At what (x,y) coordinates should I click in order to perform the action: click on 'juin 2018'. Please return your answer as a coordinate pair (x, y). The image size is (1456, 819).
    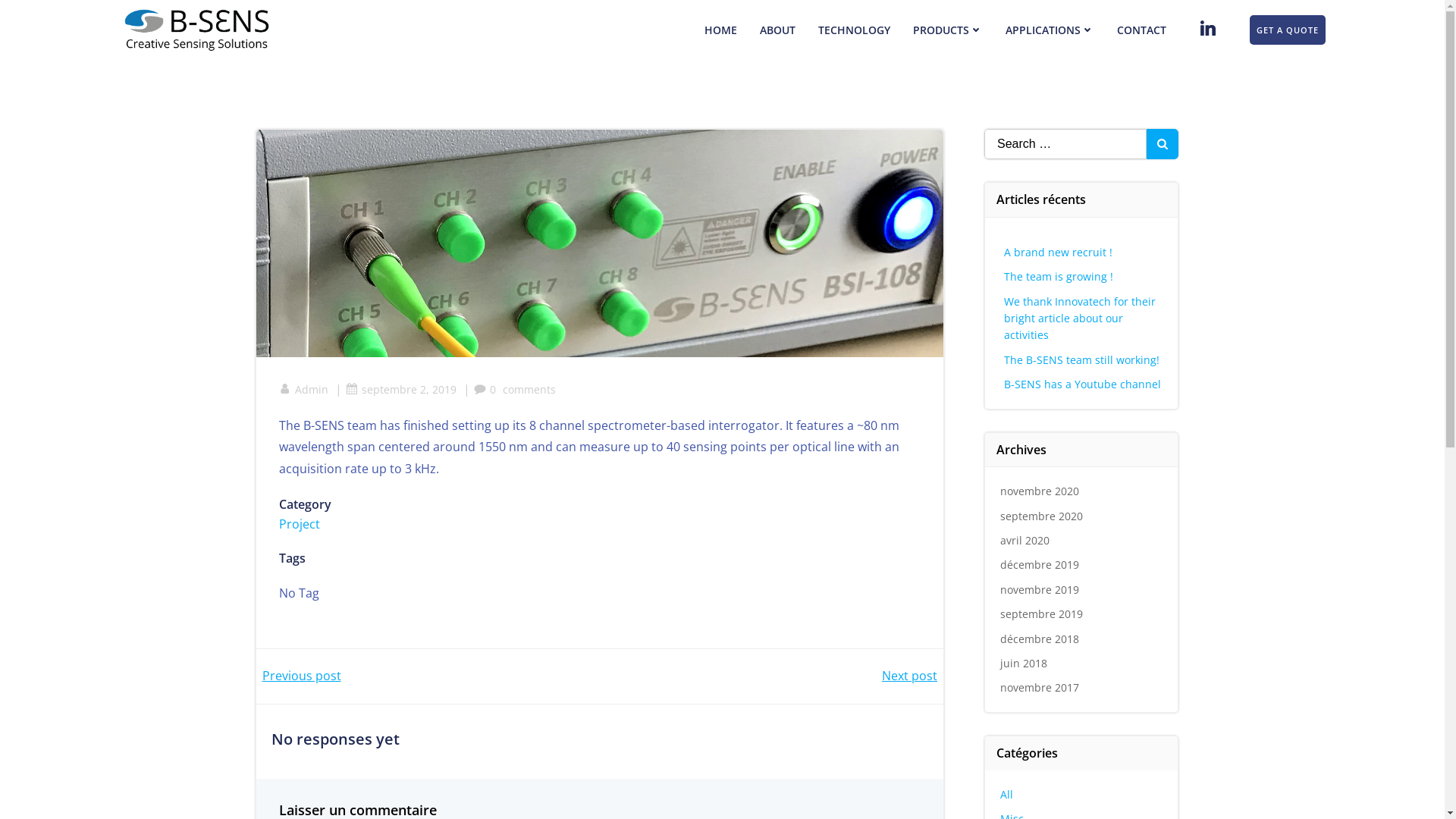
    Looking at the image, I should click on (1023, 662).